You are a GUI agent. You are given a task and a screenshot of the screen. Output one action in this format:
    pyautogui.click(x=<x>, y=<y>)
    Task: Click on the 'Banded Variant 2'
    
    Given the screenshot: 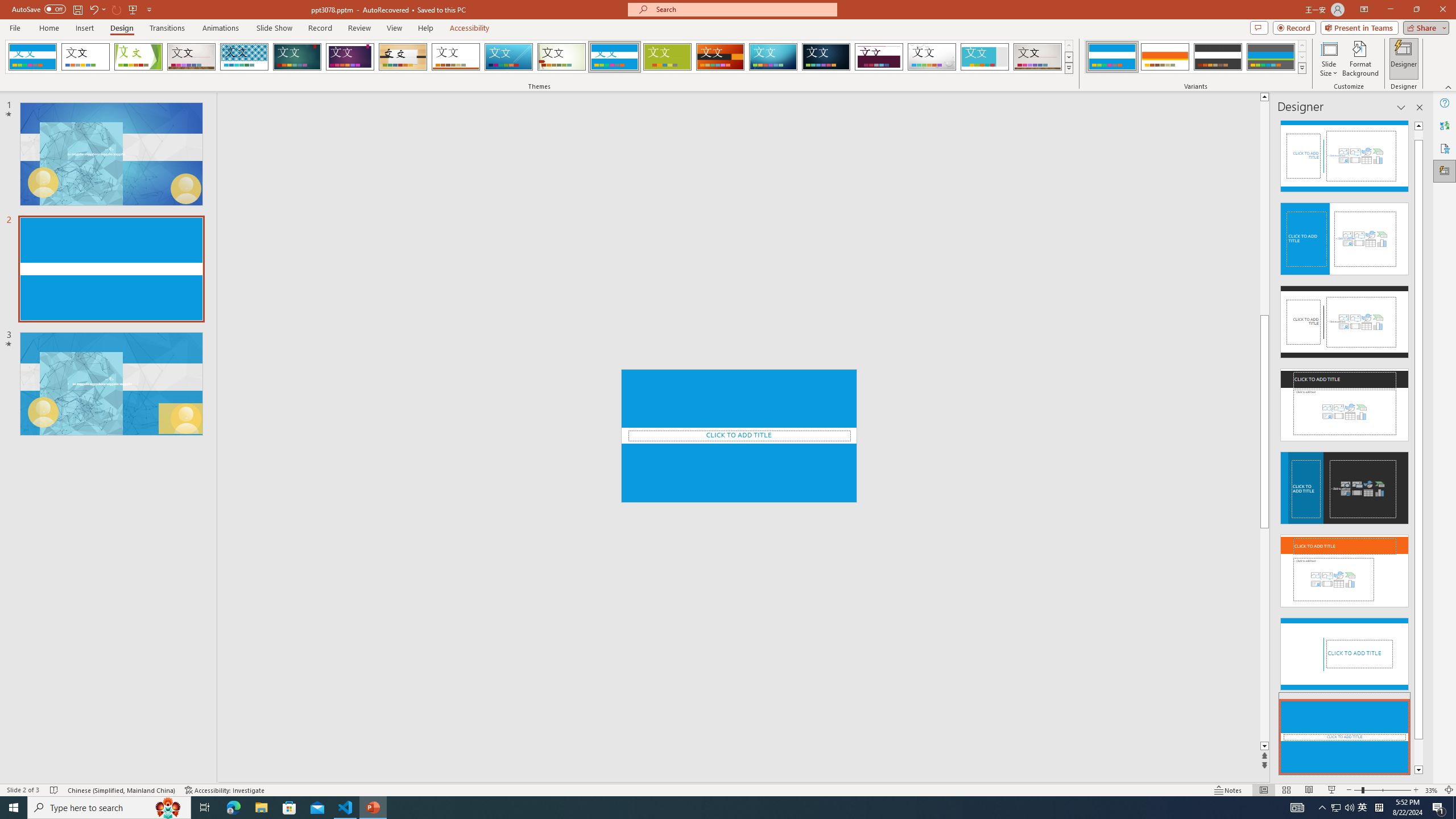 What is the action you would take?
    pyautogui.click(x=1164, y=56)
    